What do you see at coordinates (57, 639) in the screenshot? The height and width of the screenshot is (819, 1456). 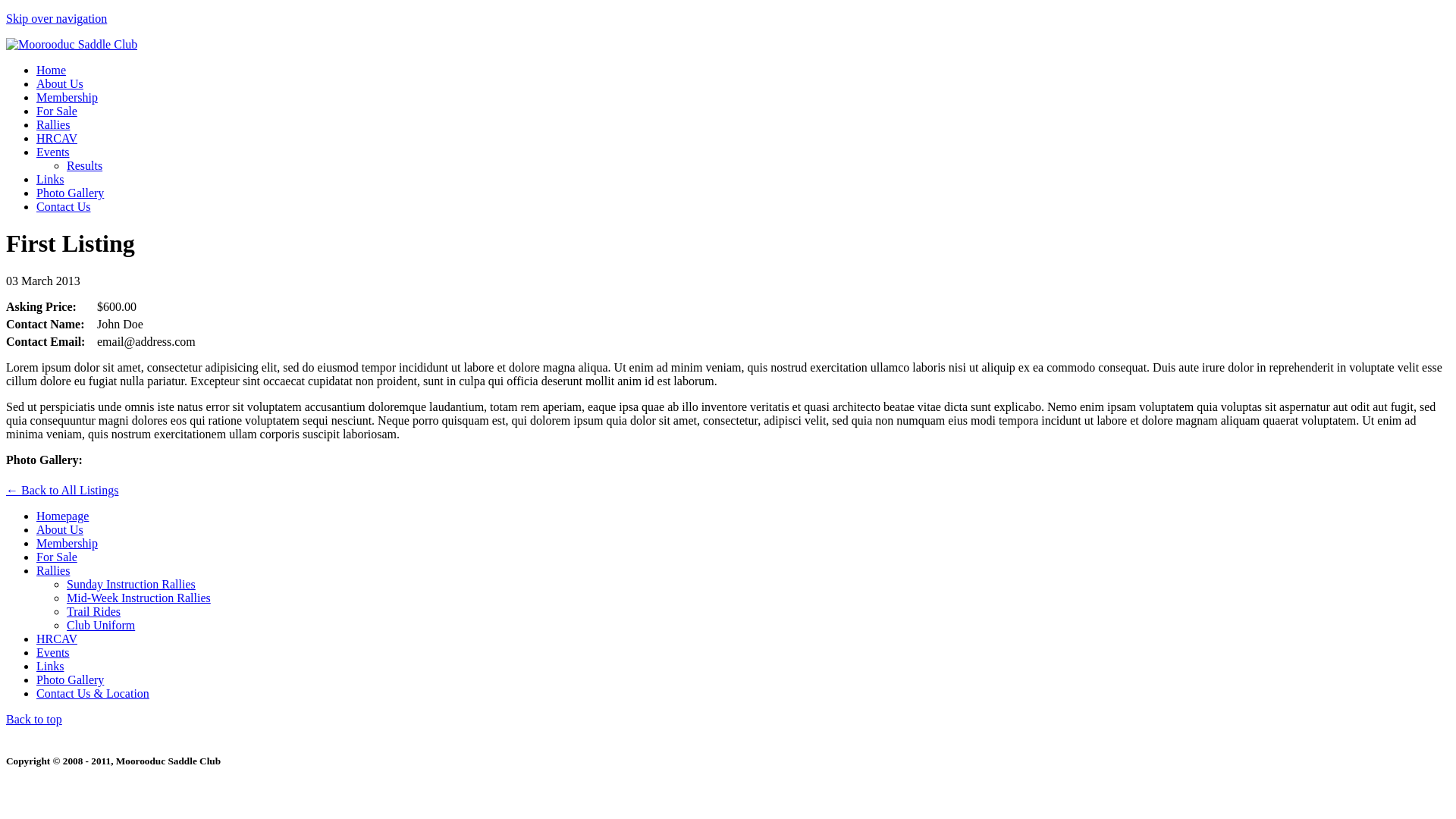 I see `'HRCAV'` at bounding box center [57, 639].